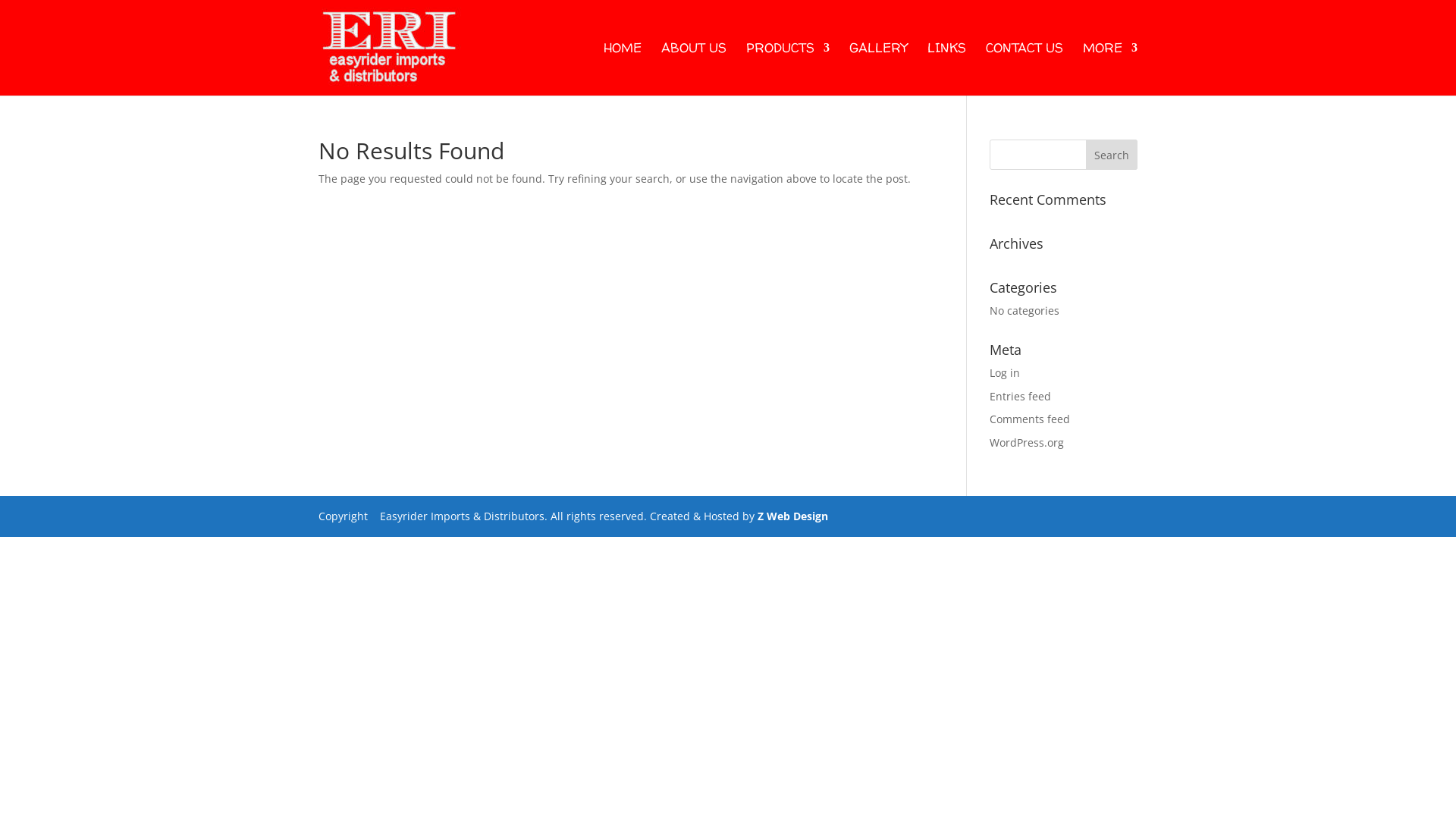 The height and width of the screenshot is (819, 1456). I want to click on 'Log in', so click(1004, 372).